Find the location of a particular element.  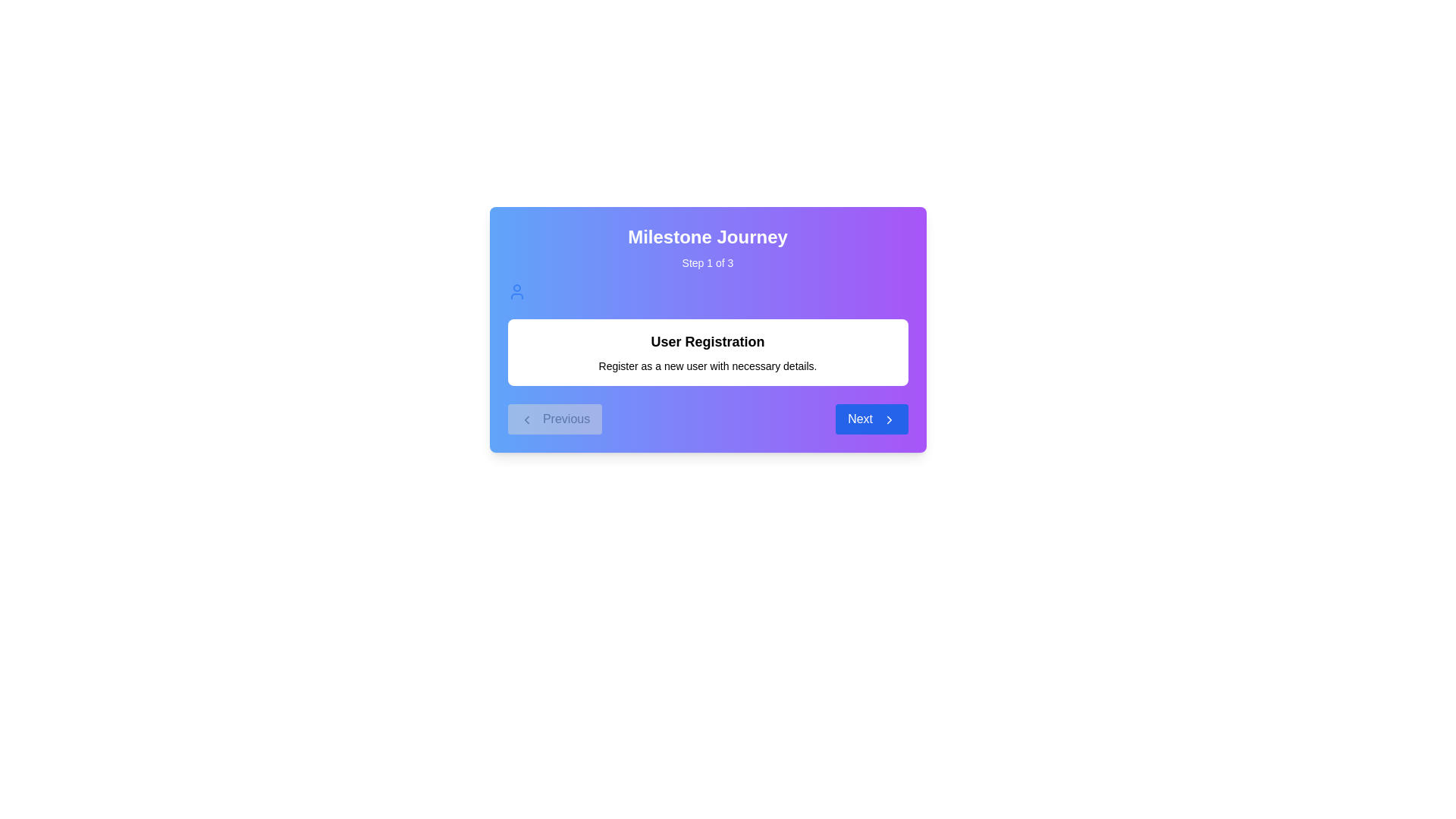

the arrow icon located at the bottom-right corner of the 'Next' button, which serves as a forward-progression control in the navigation flow is located at coordinates (889, 419).